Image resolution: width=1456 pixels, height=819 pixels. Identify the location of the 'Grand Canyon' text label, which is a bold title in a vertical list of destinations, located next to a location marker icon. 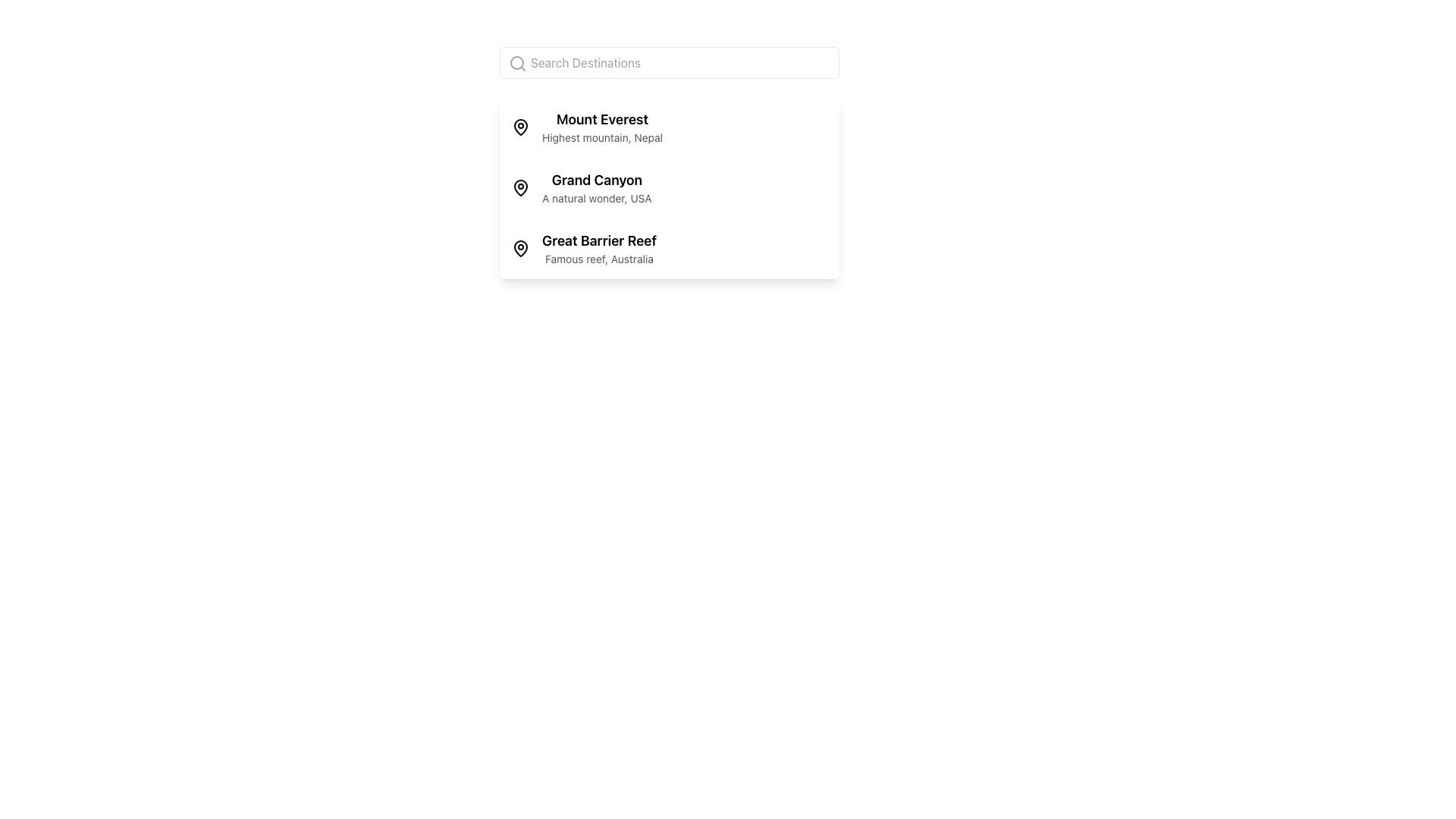
(596, 180).